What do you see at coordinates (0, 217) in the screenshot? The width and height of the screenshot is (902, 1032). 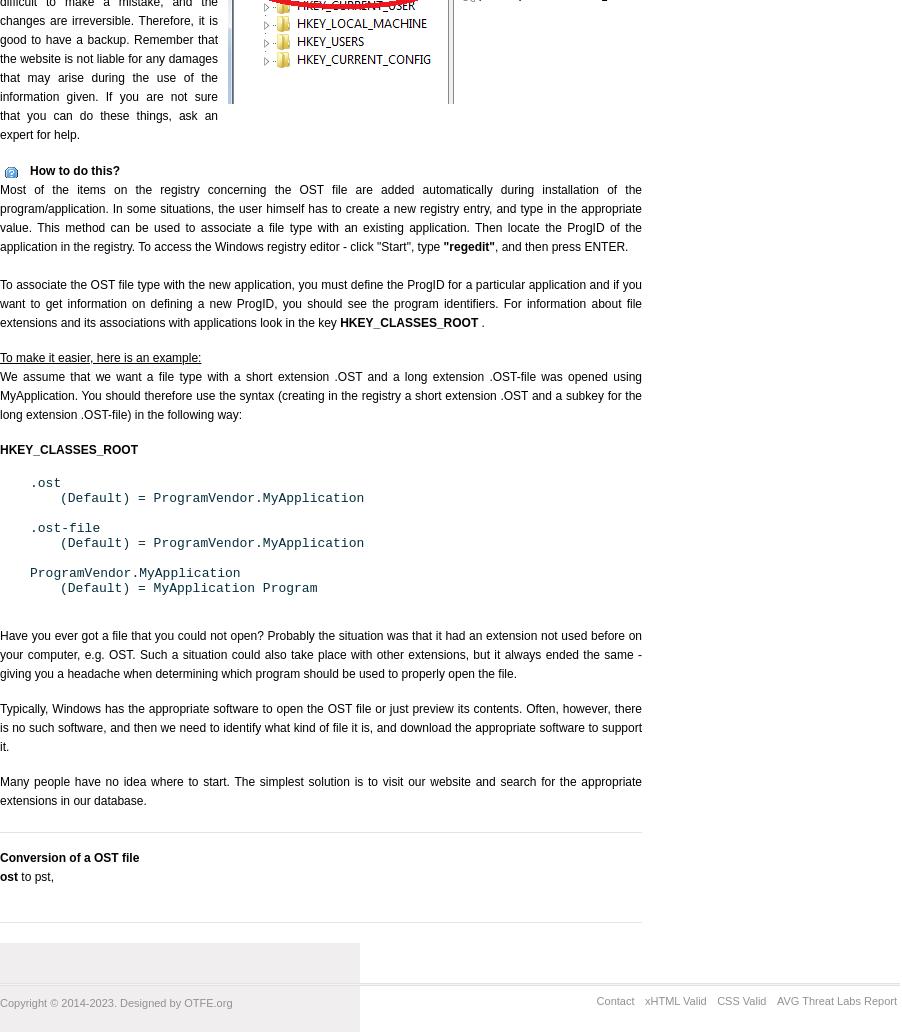 I see `'Most of the items on the registry concerning the OST file are added automatically during installation of the program/application. In some situations, the user himself has to create a new registry entry, and type in the appropriate value. This method can be used to associate a file type with an existing application. Then locate the ProgID of the application in the registry. To access the Windows registry editor - click "Start", type'` at bounding box center [0, 217].